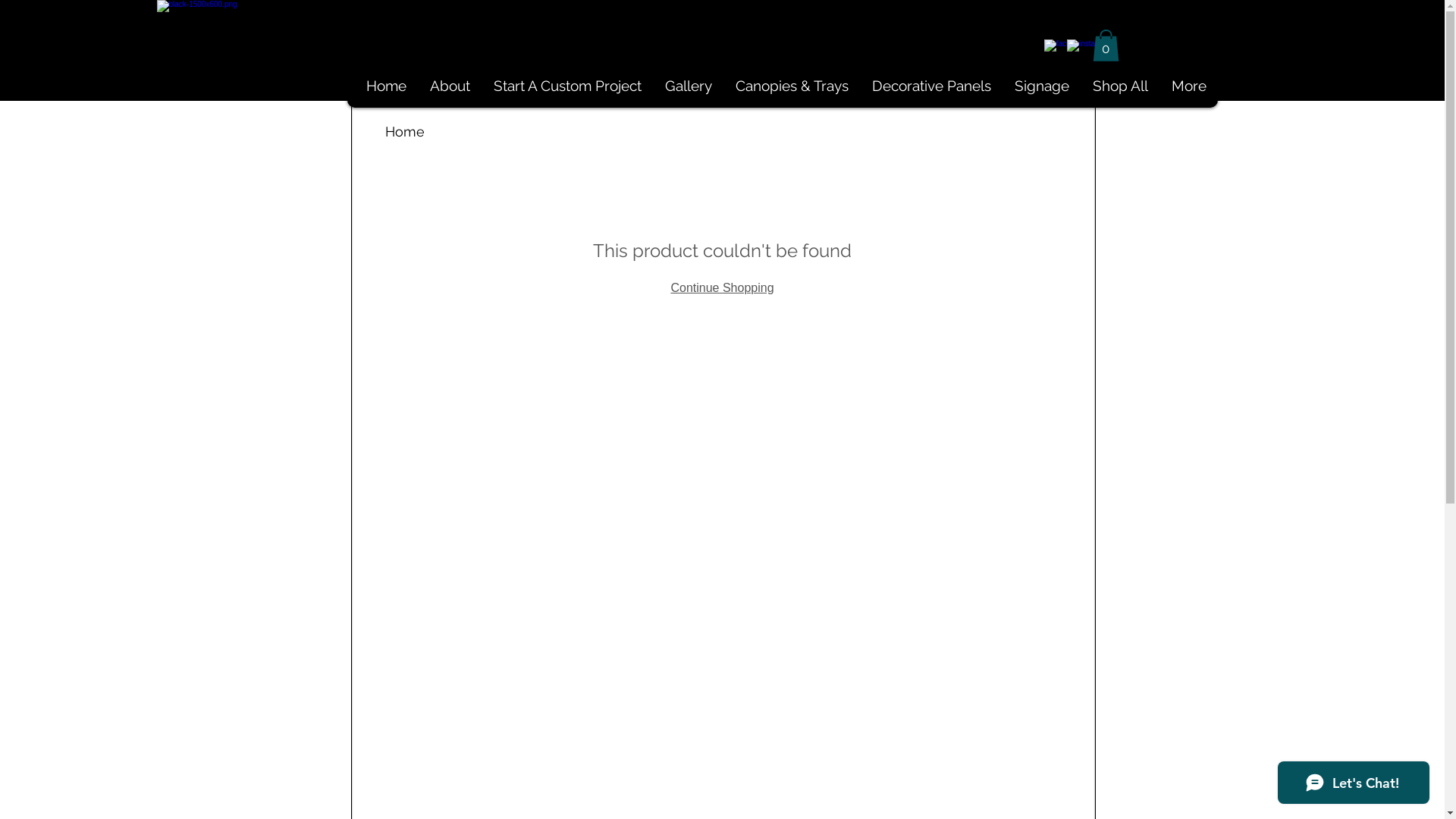 Image resolution: width=1456 pixels, height=819 pixels. I want to click on 'Canopies & Trays', so click(790, 86).